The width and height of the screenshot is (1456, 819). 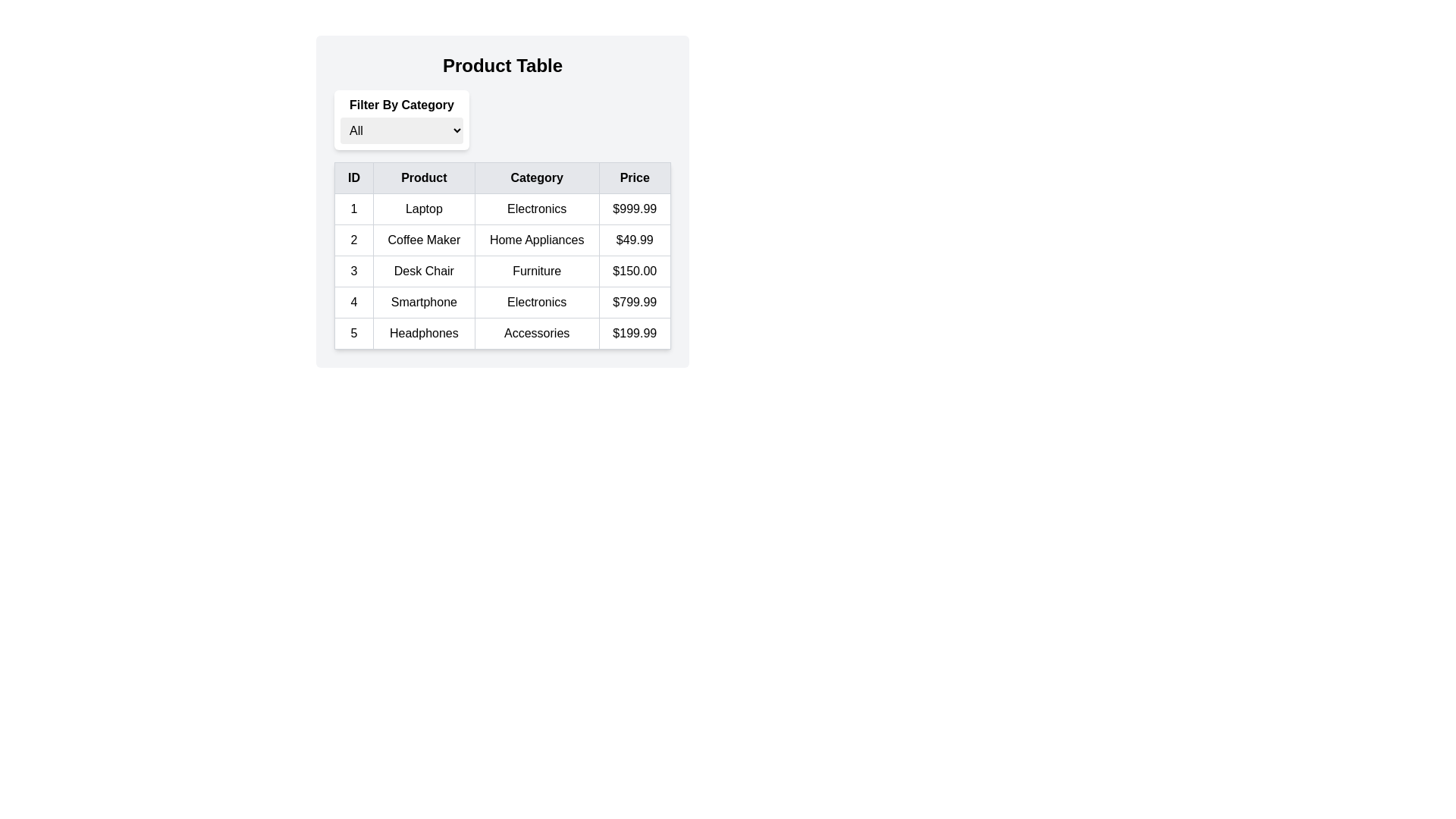 What do you see at coordinates (537, 271) in the screenshot?
I see `text displayed in the 'Category' column of the product table, specifically in the third row, which is between the 'Desk Chair' text on the left and the '$150.00' text on the right` at bounding box center [537, 271].